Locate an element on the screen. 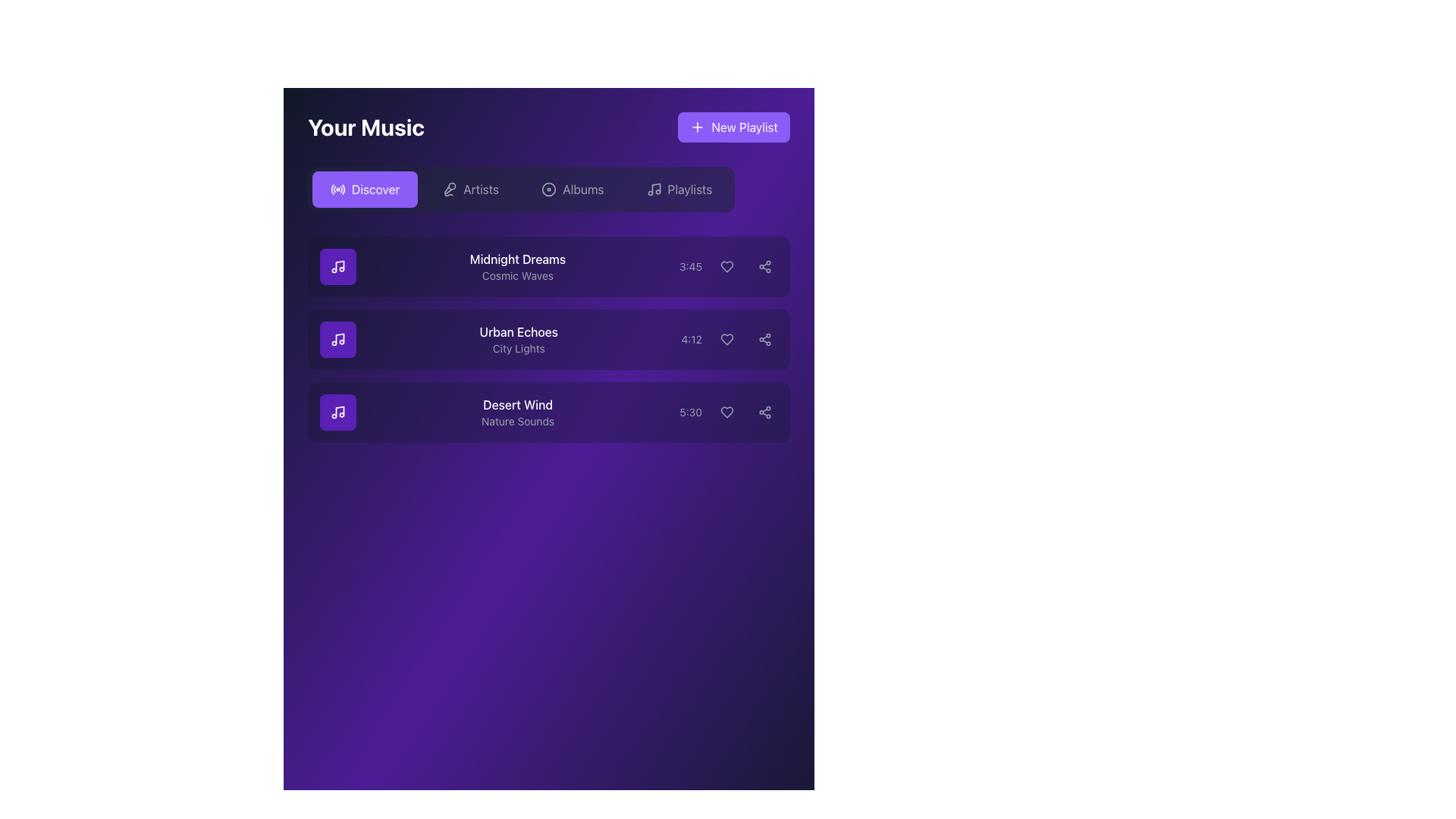 The image size is (1456, 819). the icon representing the track or playlist titled 'Desert Wind' is located at coordinates (337, 412).